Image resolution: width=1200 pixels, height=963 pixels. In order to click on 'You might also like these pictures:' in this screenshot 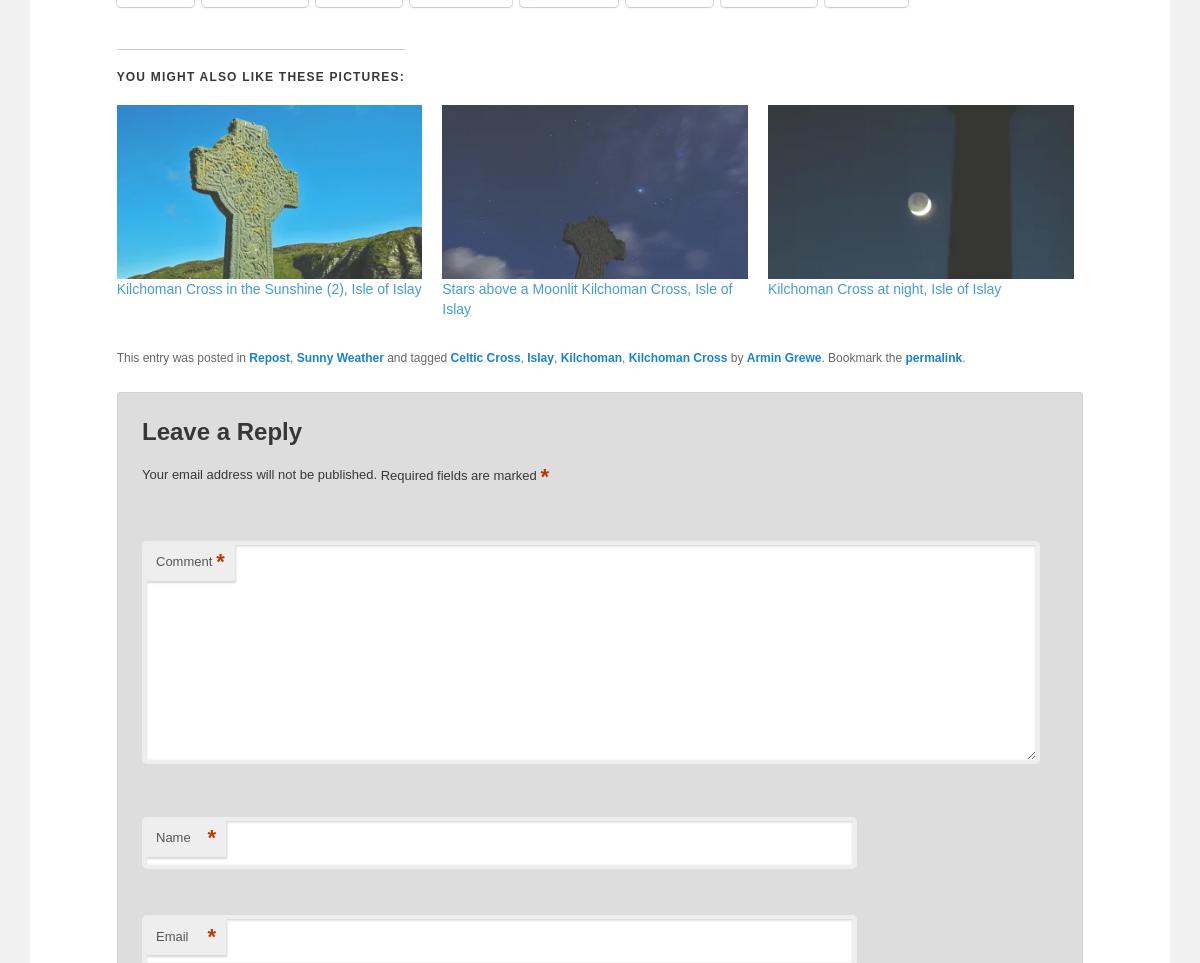, I will do `click(259, 75)`.